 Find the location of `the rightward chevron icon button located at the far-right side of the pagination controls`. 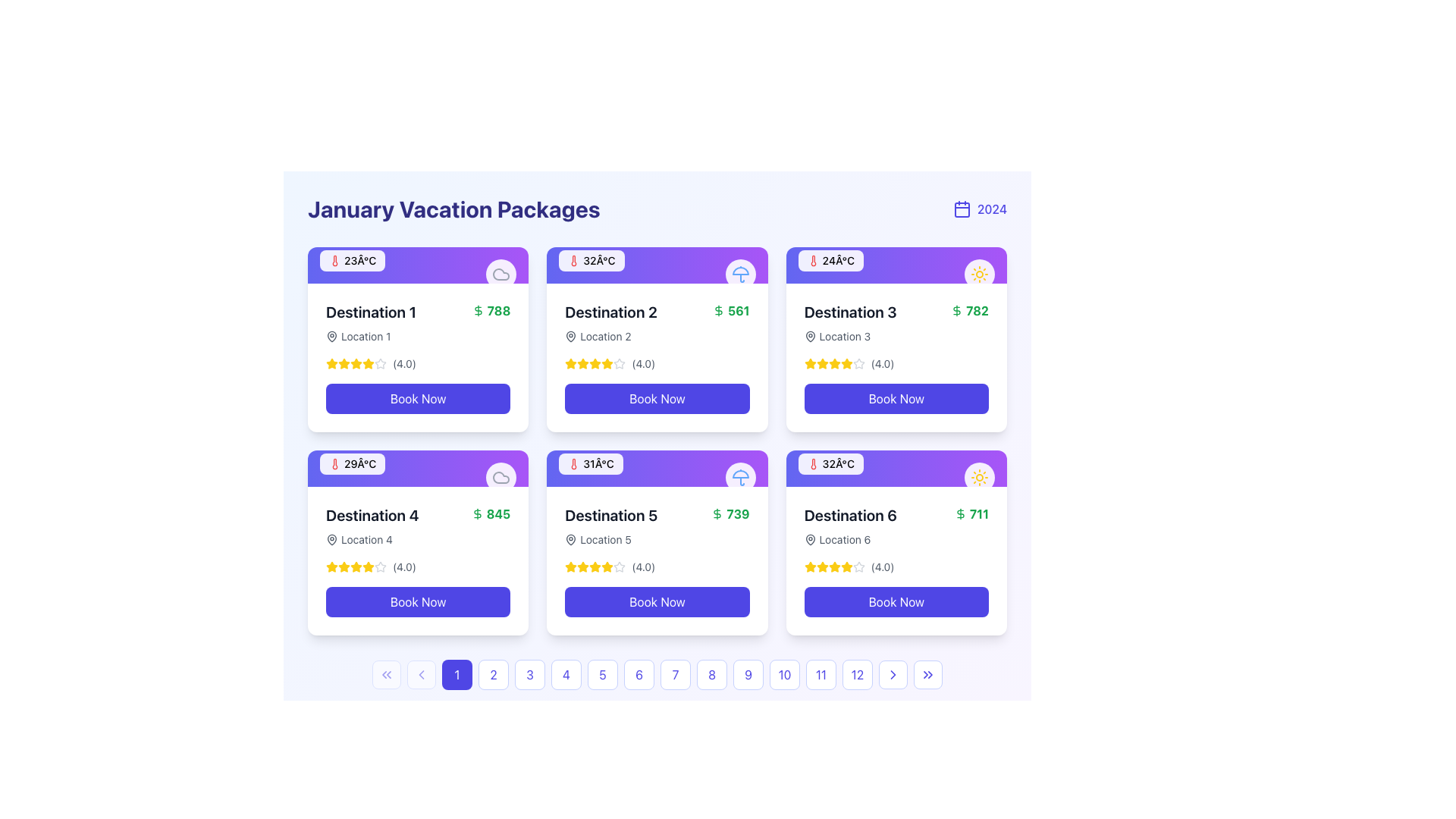

the rightward chevron icon button located at the far-right side of the pagination controls is located at coordinates (893, 674).